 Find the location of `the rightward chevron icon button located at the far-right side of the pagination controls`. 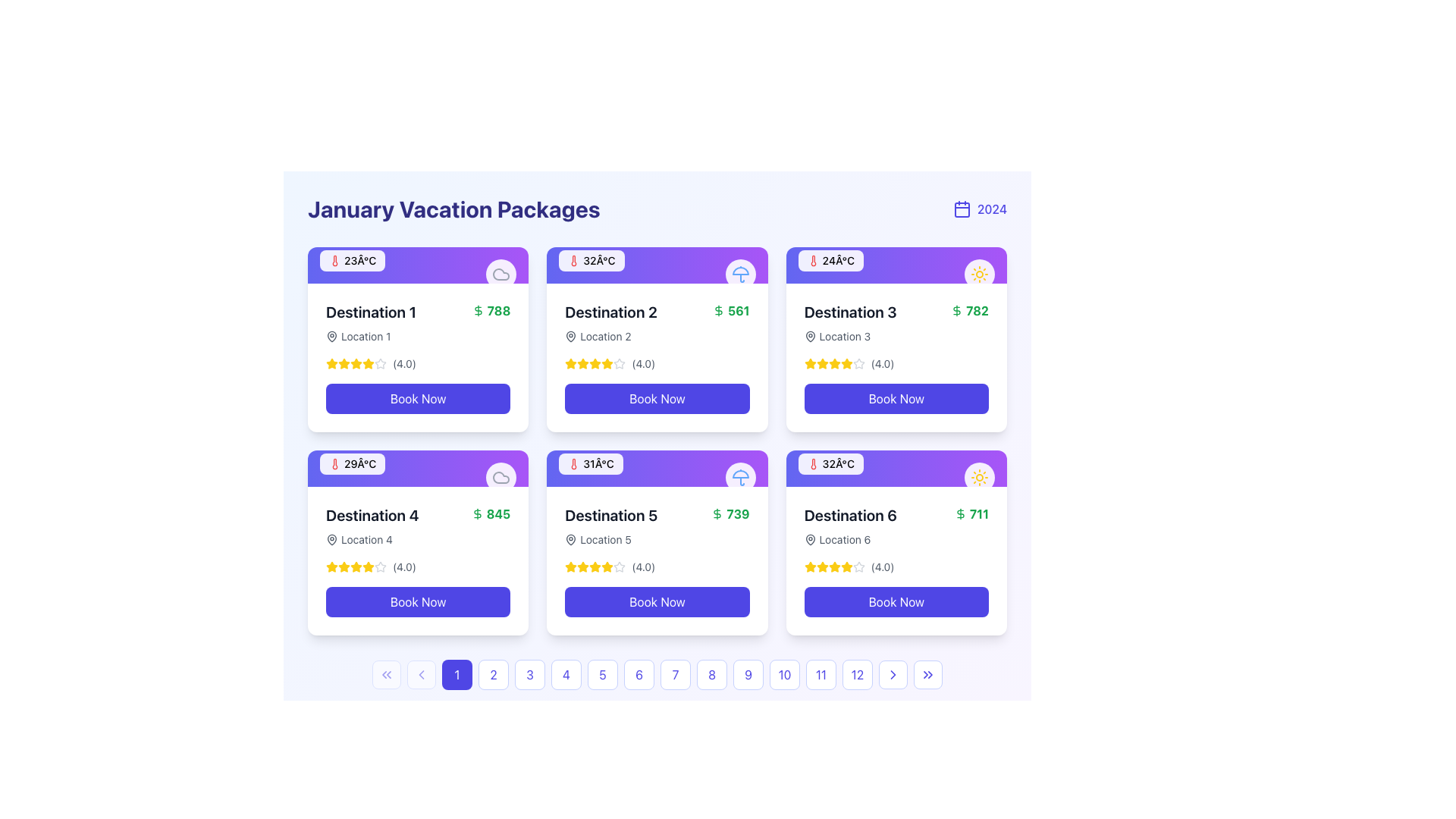

the rightward chevron icon button located at the far-right side of the pagination controls is located at coordinates (893, 674).